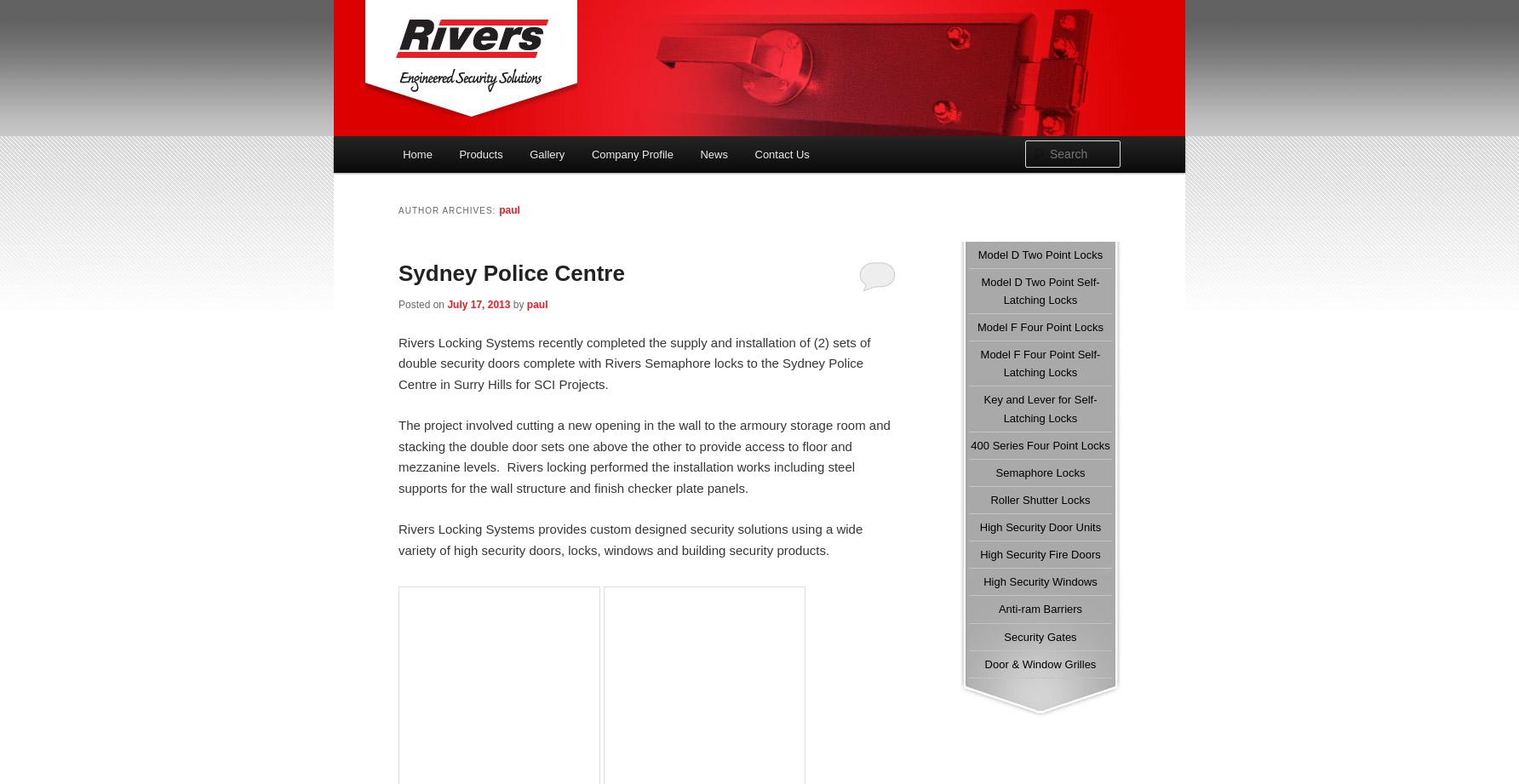  Describe the element at coordinates (1040, 444) in the screenshot. I see `'400 Series Four Point Locks'` at that location.